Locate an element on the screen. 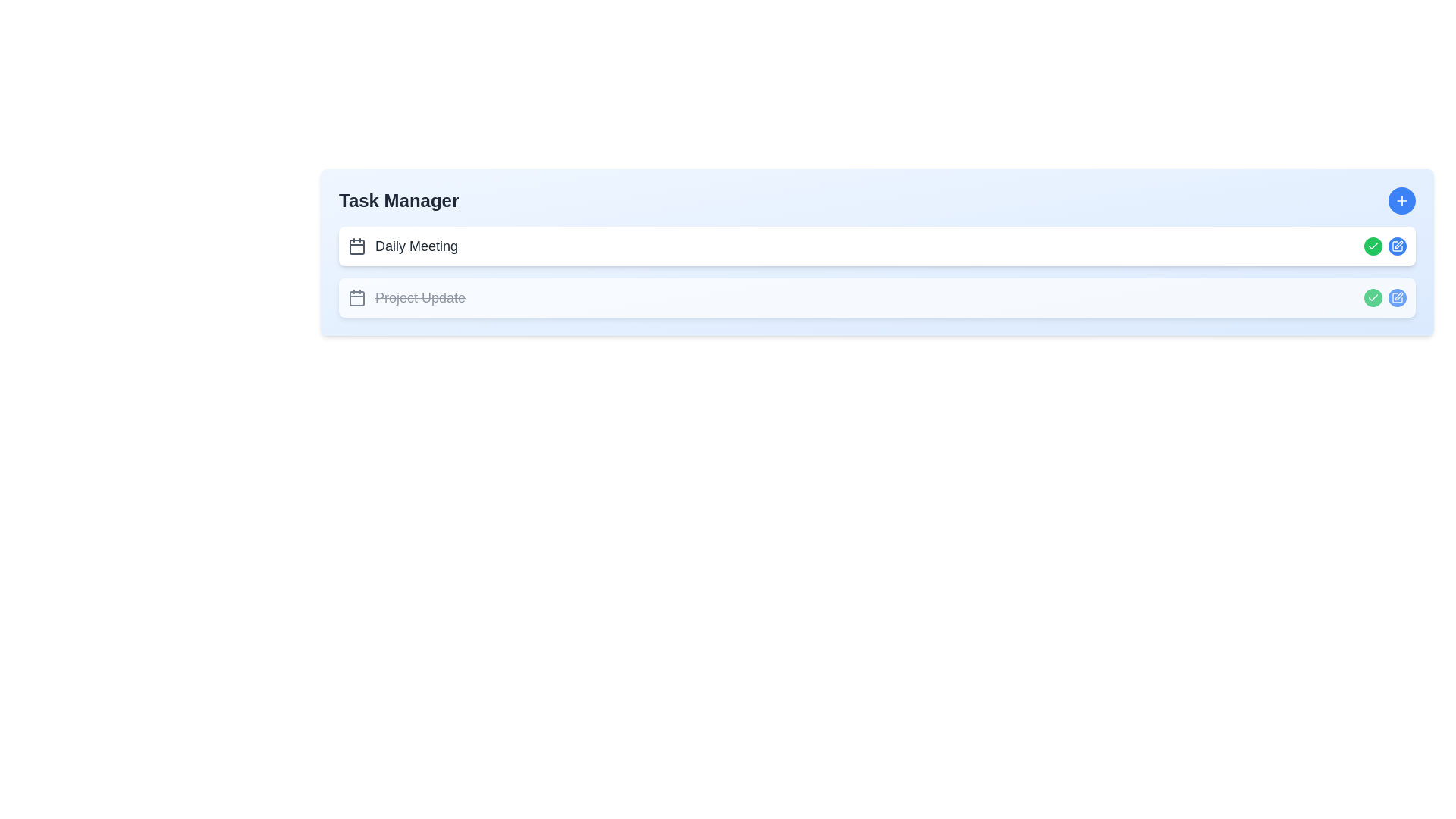 Image resolution: width=1456 pixels, height=819 pixels. the editing icon, which is a pen overlaid on a square is located at coordinates (1398, 296).